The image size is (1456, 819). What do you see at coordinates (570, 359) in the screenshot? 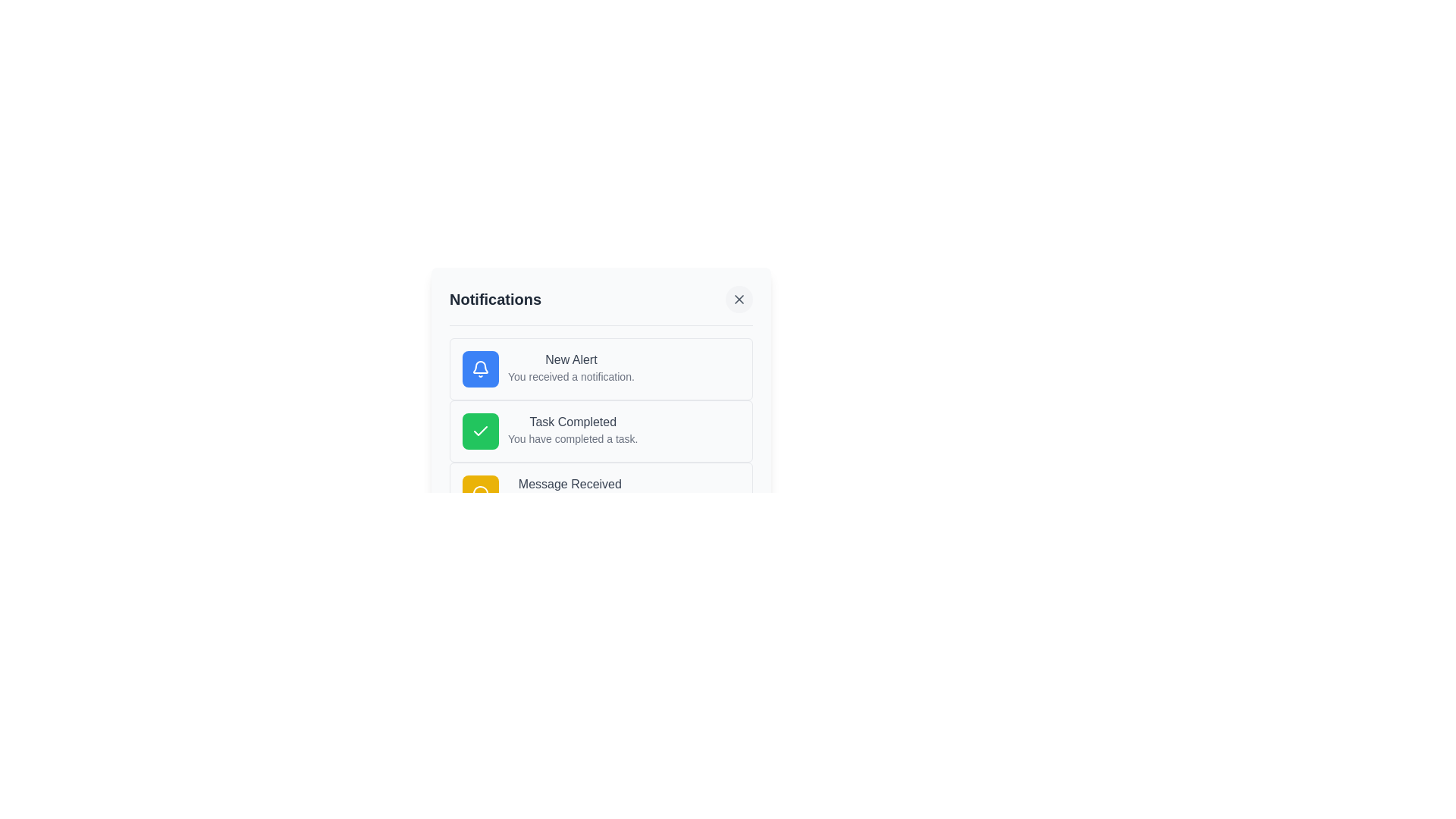
I see `the text label that reads 'New Alert', which is styled with a medium font weight and gray color, located at the top of a notification card` at bounding box center [570, 359].